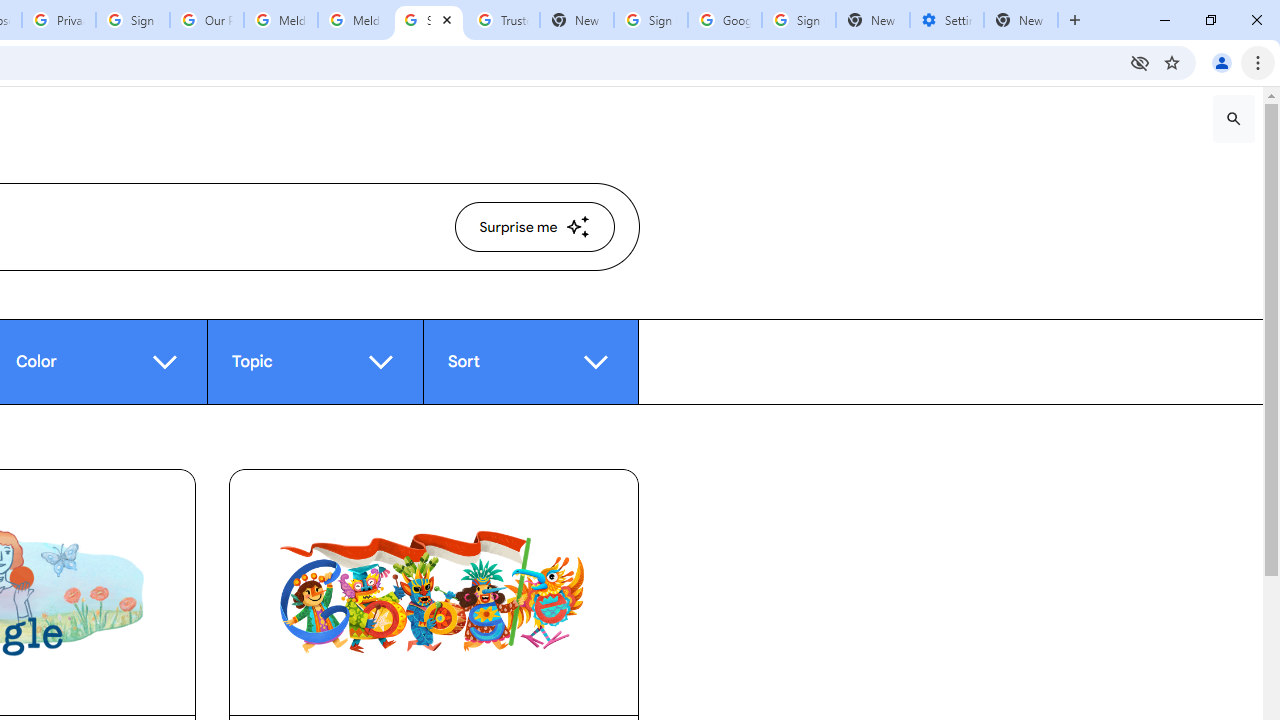 Image resolution: width=1280 pixels, height=720 pixels. I want to click on 'New Tab', so click(1021, 20).